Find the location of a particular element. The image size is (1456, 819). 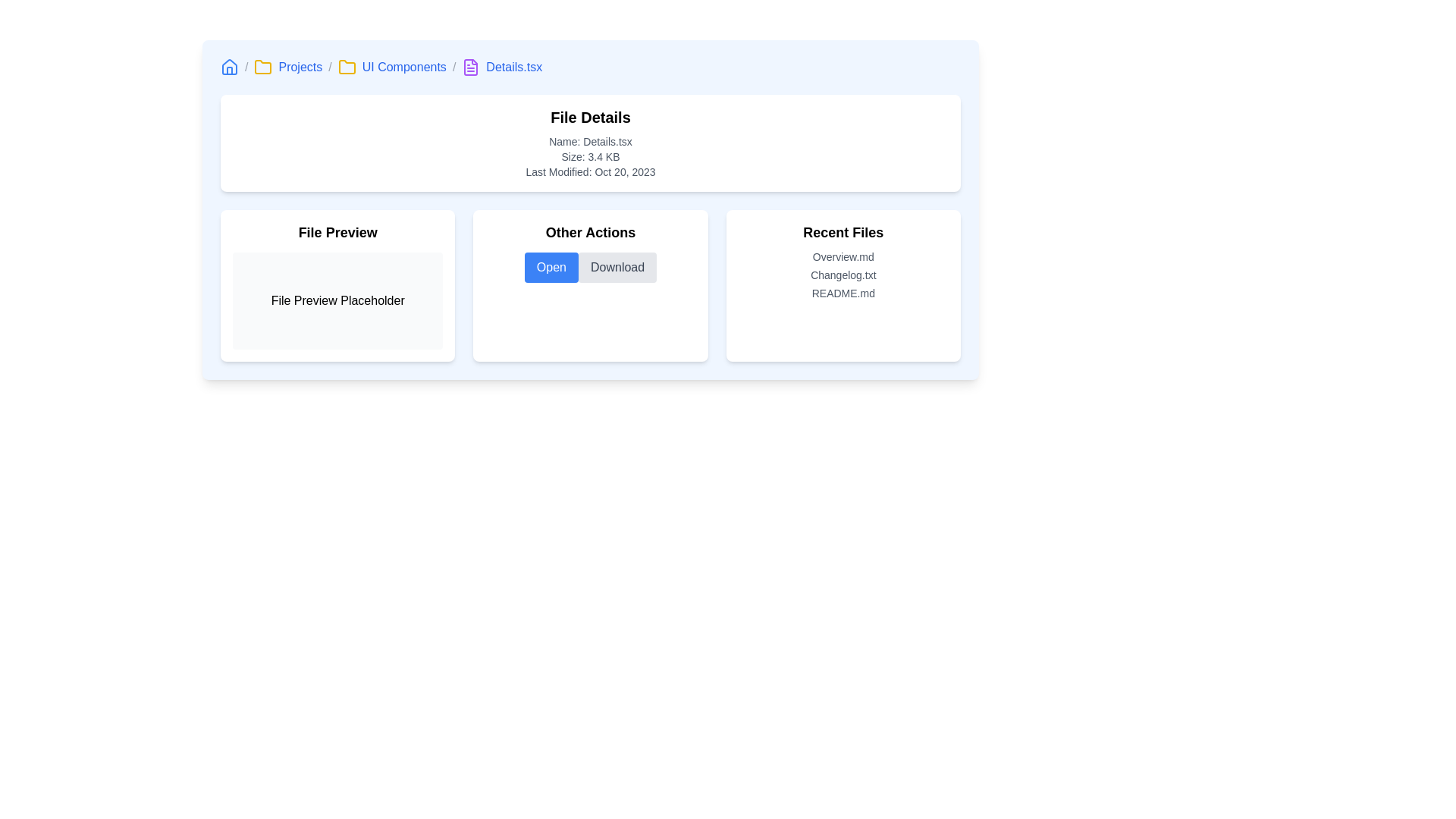

the small yellow folder icon in the breadcrumb navigation bar is located at coordinates (346, 66).